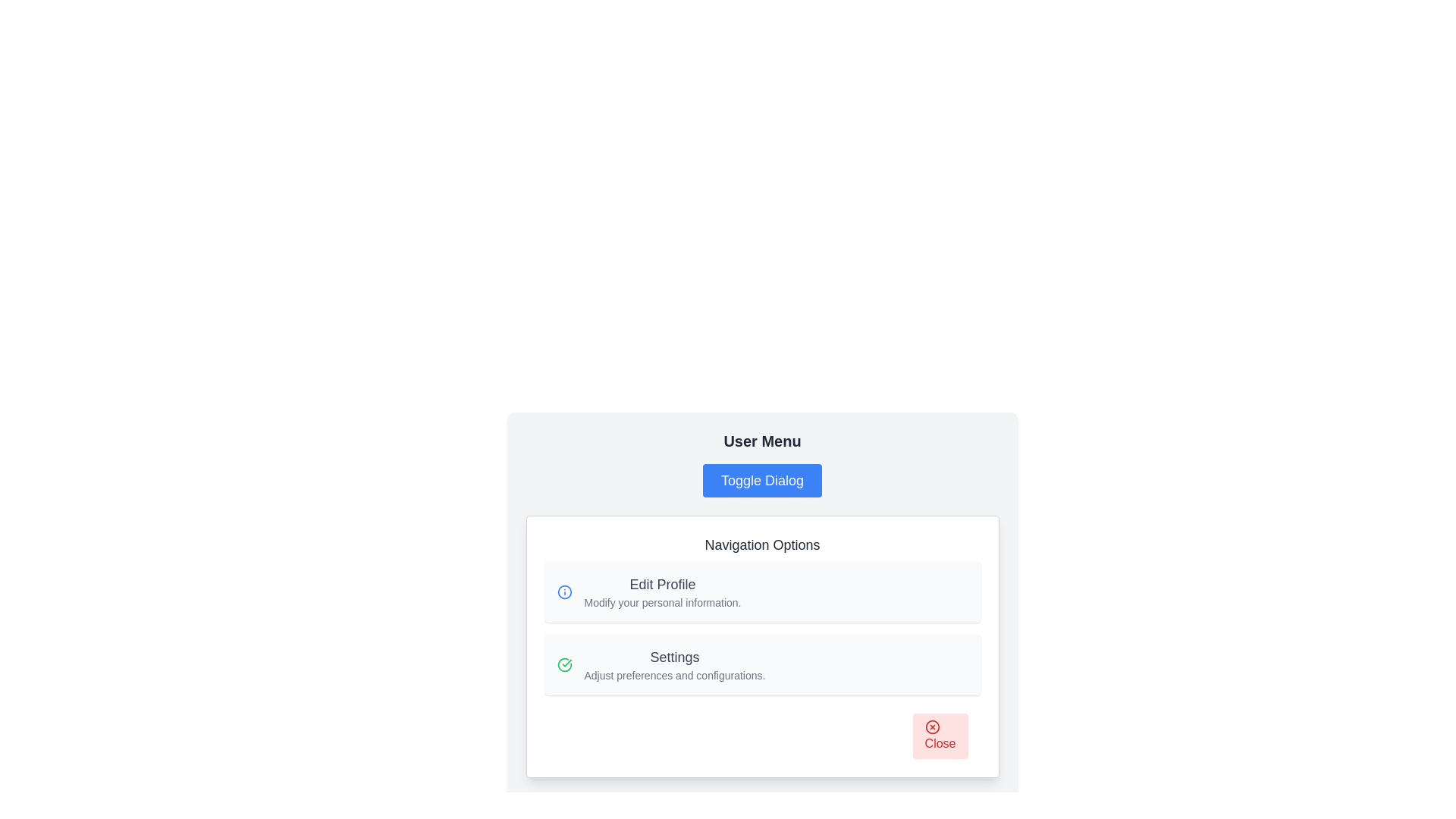 The width and height of the screenshot is (1456, 819). I want to click on the rectangular button labeled 'Toggle Dialog' with a blue background and white text, so click(762, 480).